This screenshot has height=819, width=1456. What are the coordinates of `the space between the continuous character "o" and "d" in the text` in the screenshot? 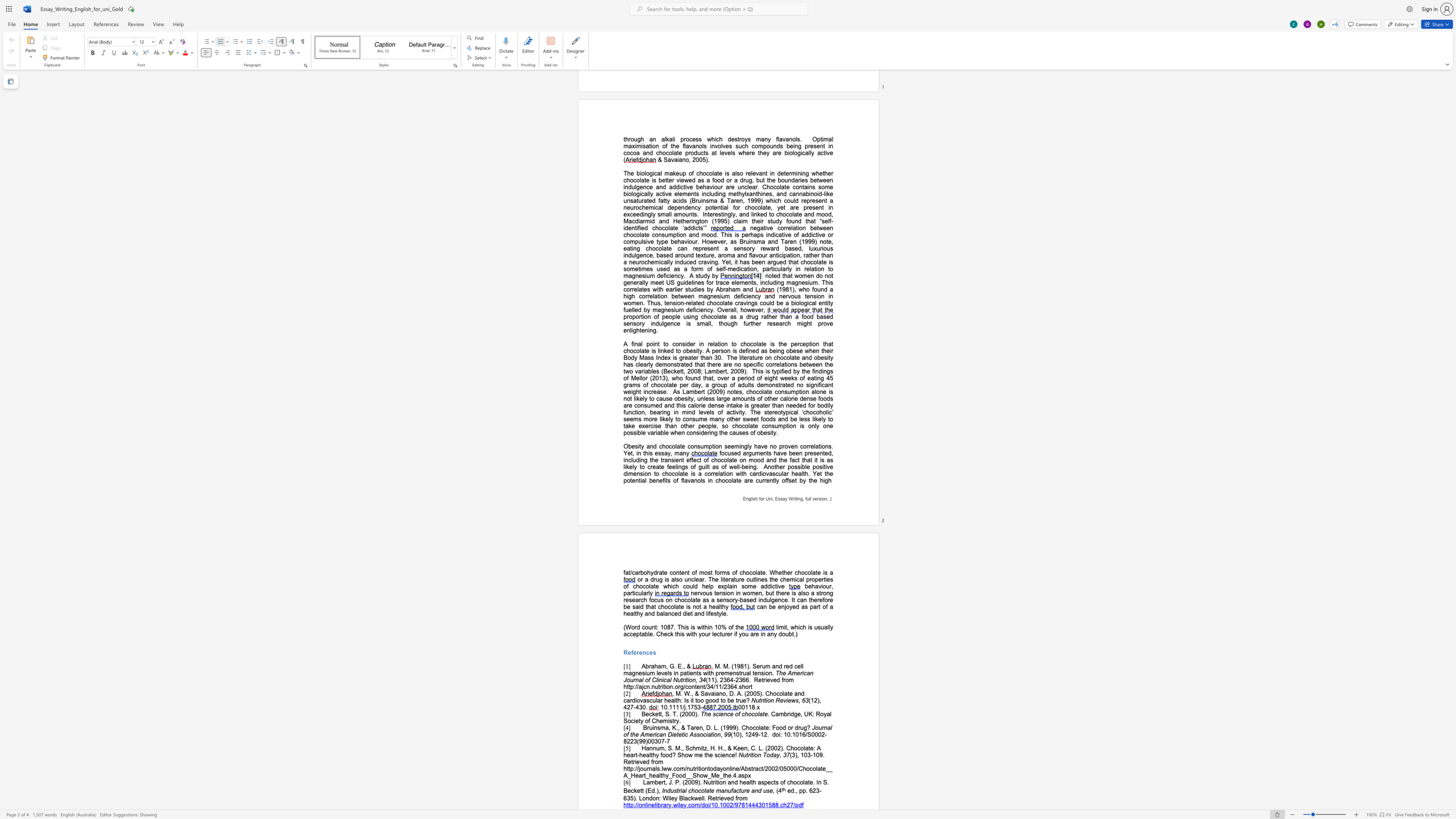 It's located at (769, 754).